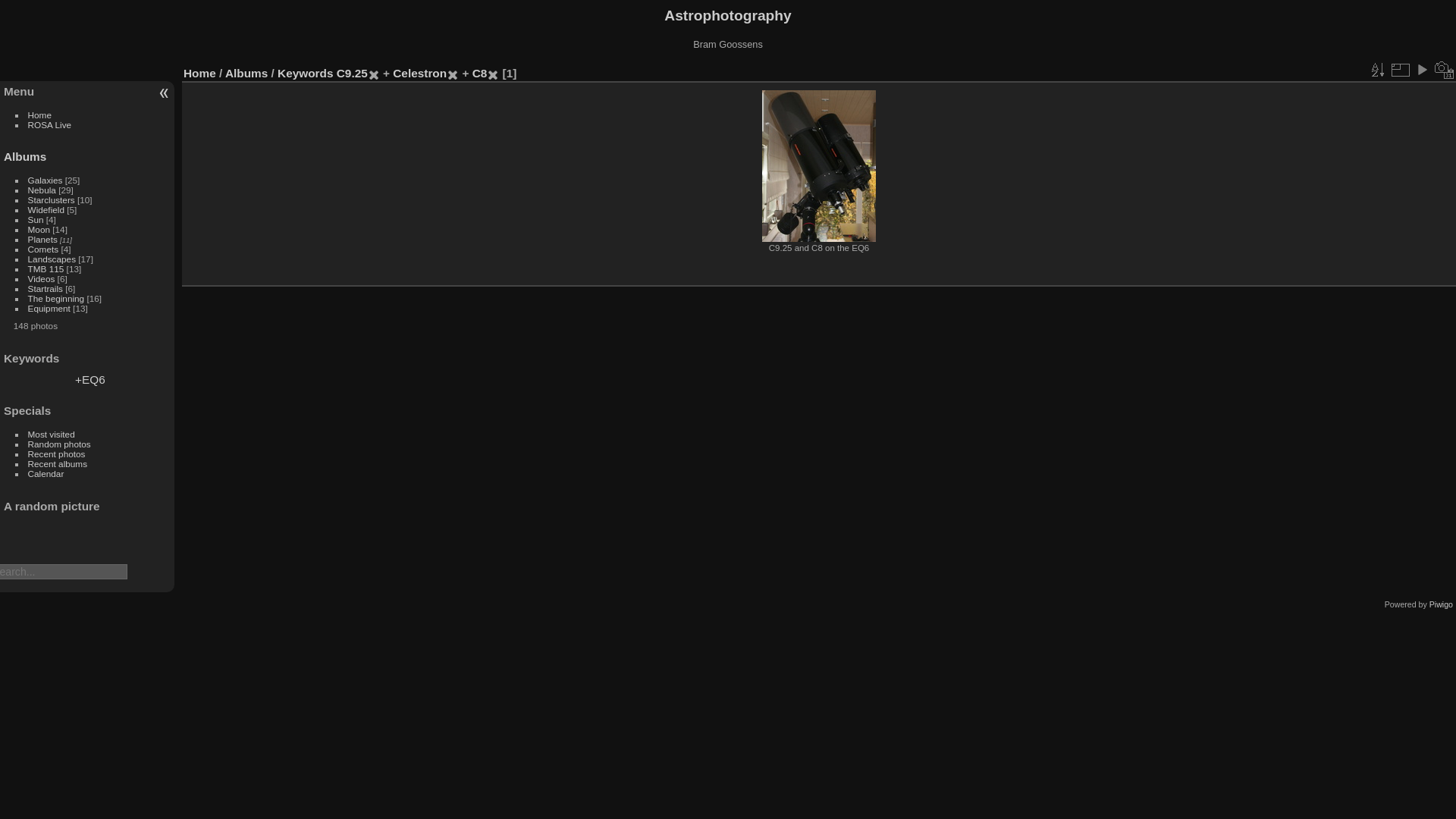 Image resolution: width=1456 pixels, height=819 pixels. What do you see at coordinates (59, 444) in the screenshot?
I see `'Random photos'` at bounding box center [59, 444].